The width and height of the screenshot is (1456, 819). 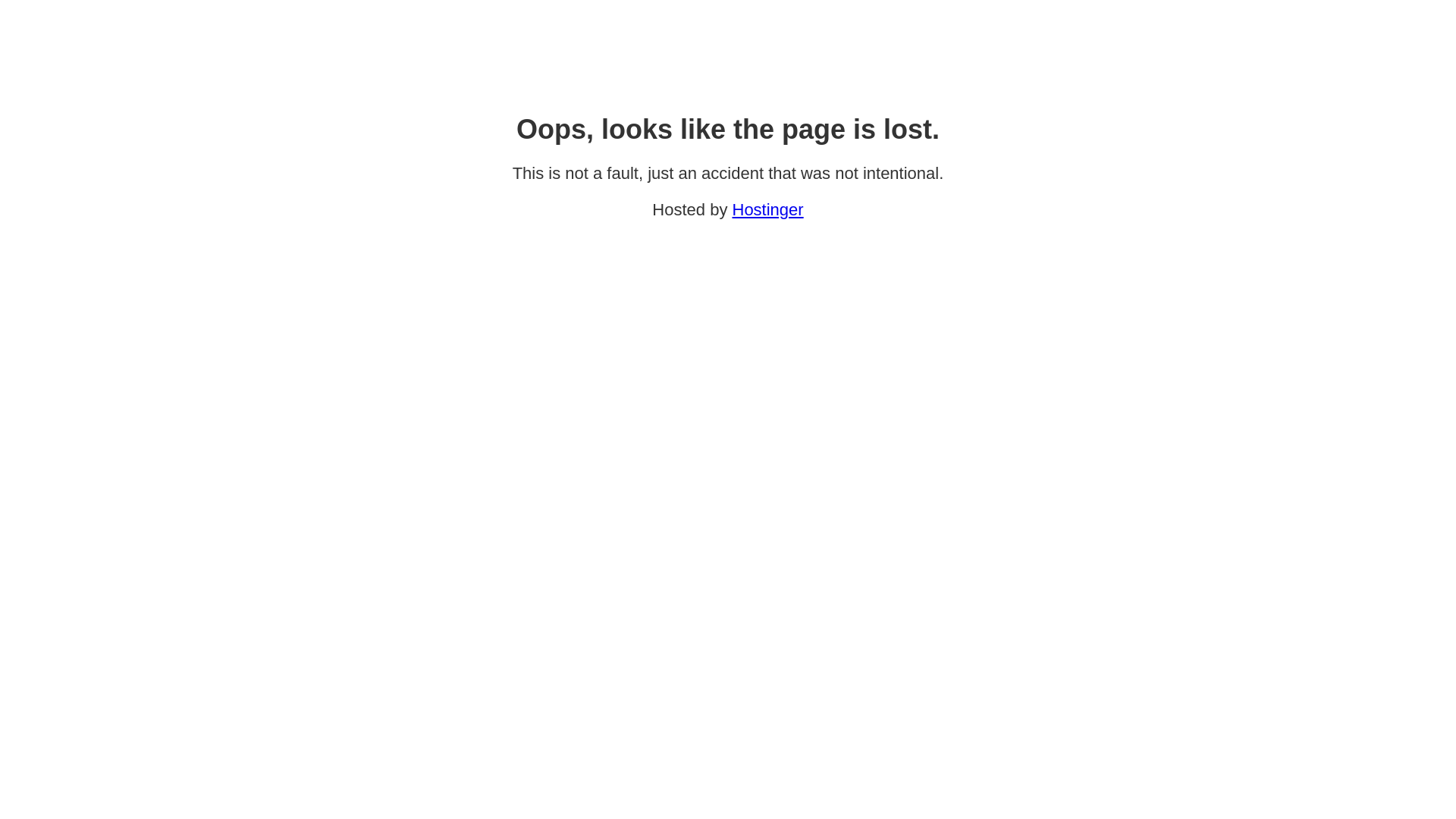 I want to click on 'Hostinger', so click(x=767, y=209).